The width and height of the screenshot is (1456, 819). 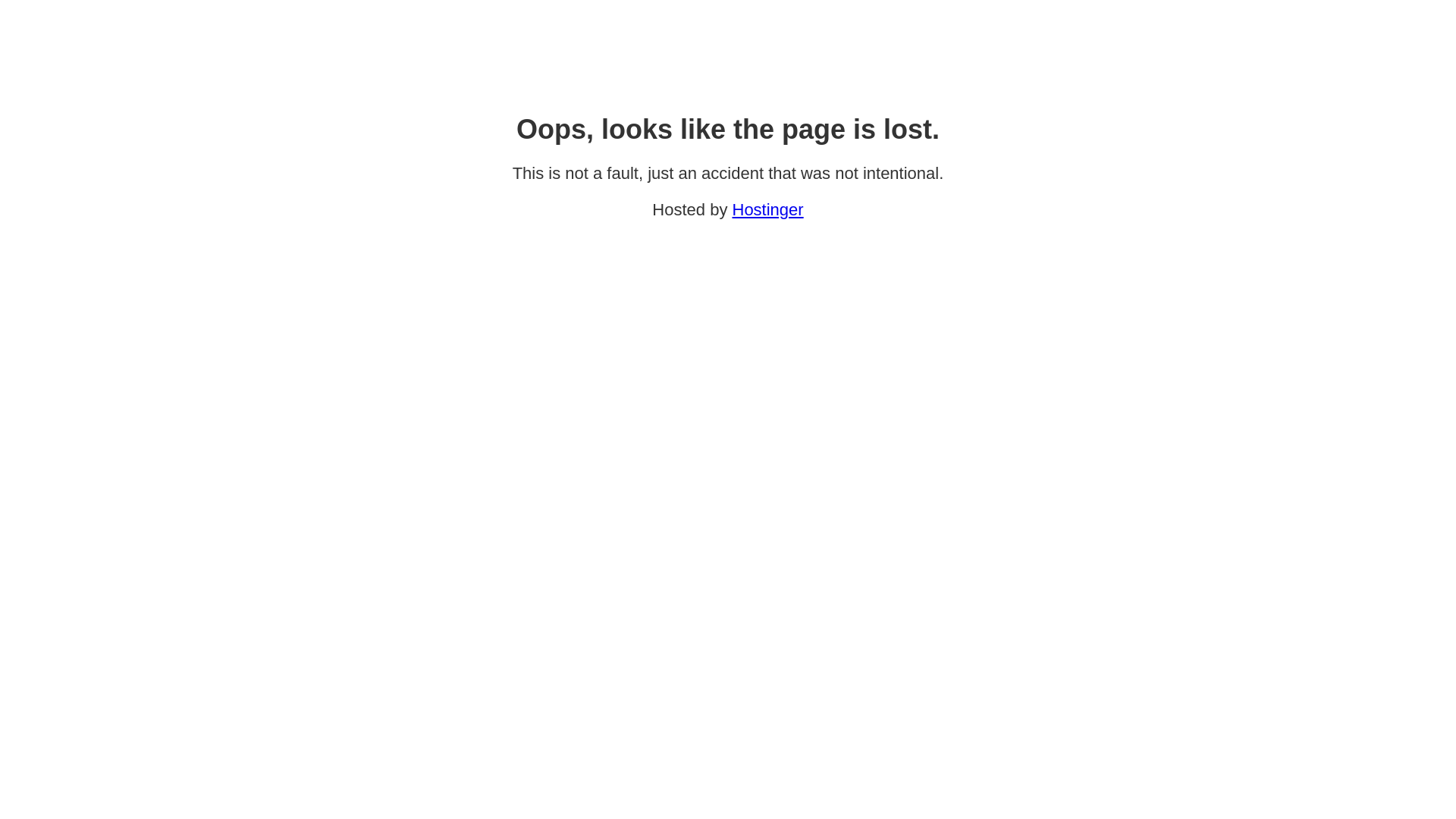 I want to click on 'Hostinger', so click(x=767, y=209).